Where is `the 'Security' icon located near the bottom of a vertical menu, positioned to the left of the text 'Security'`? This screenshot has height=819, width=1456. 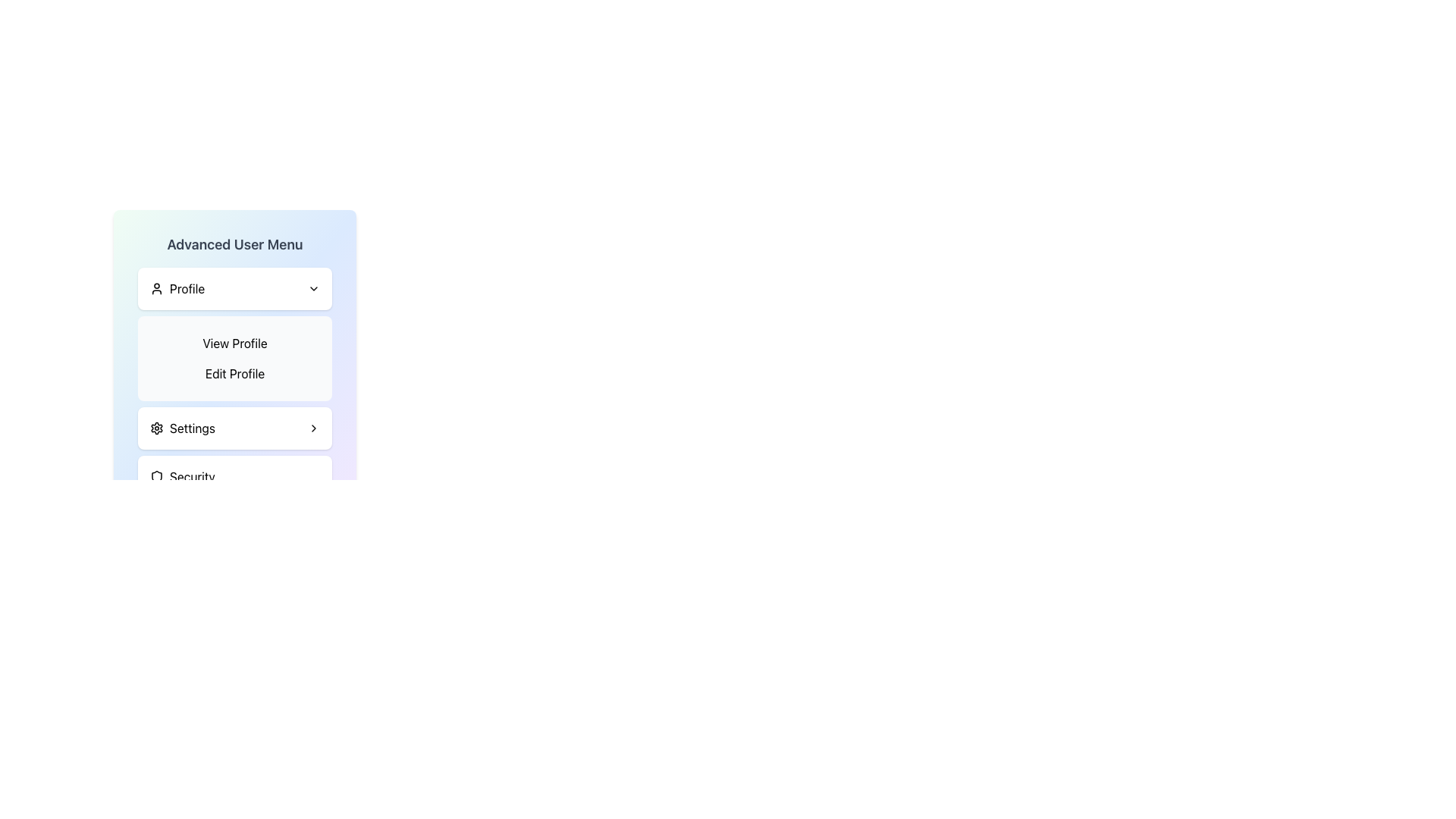 the 'Security' icon located near the bottom of a vertical menu, positioned to the left of the text 'Security' is located at coordinates (156, 475).